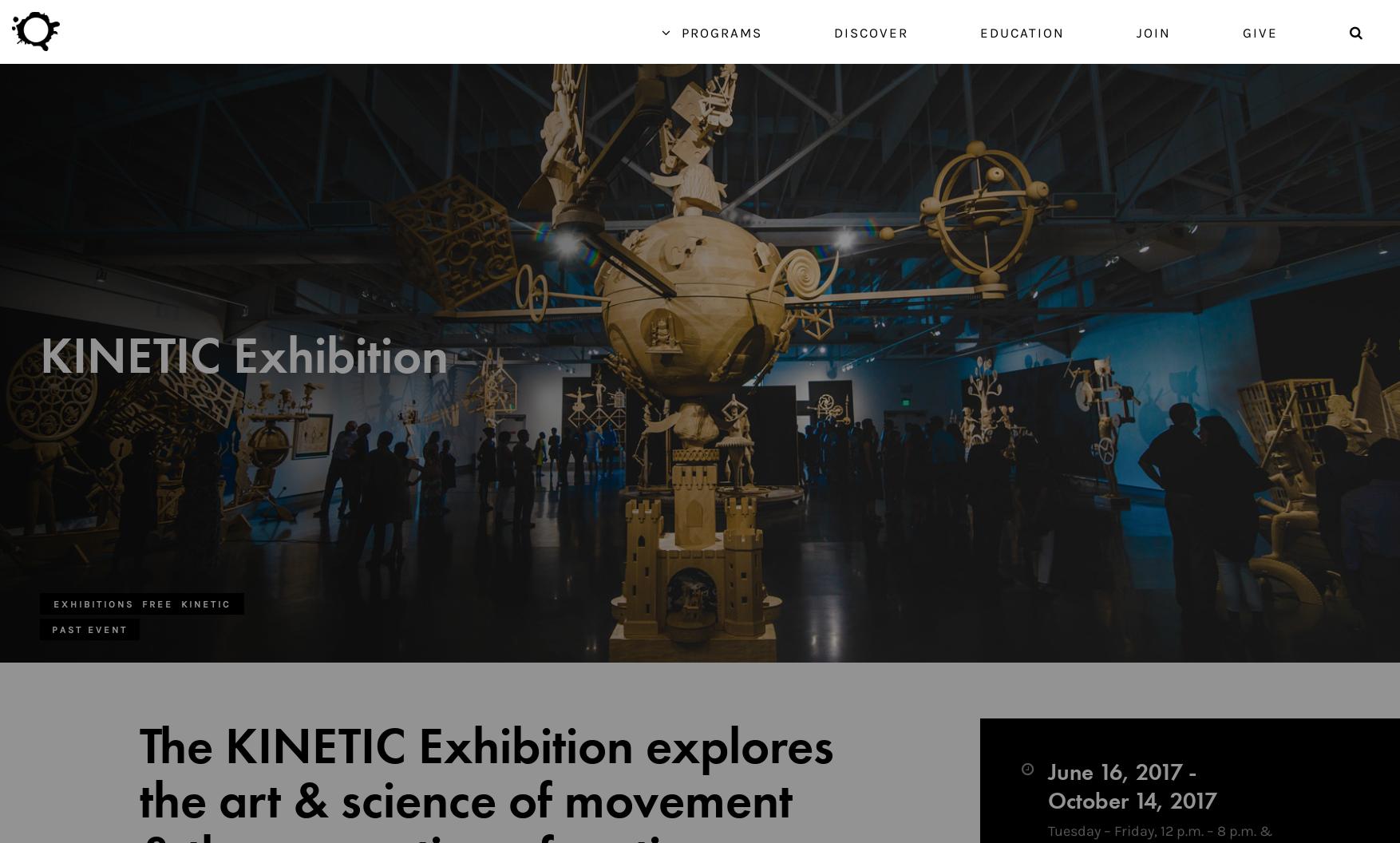  I want to click on 'Browse all programs for exhibitions featuring item-based creative endeavors.', so click(1030, 649).